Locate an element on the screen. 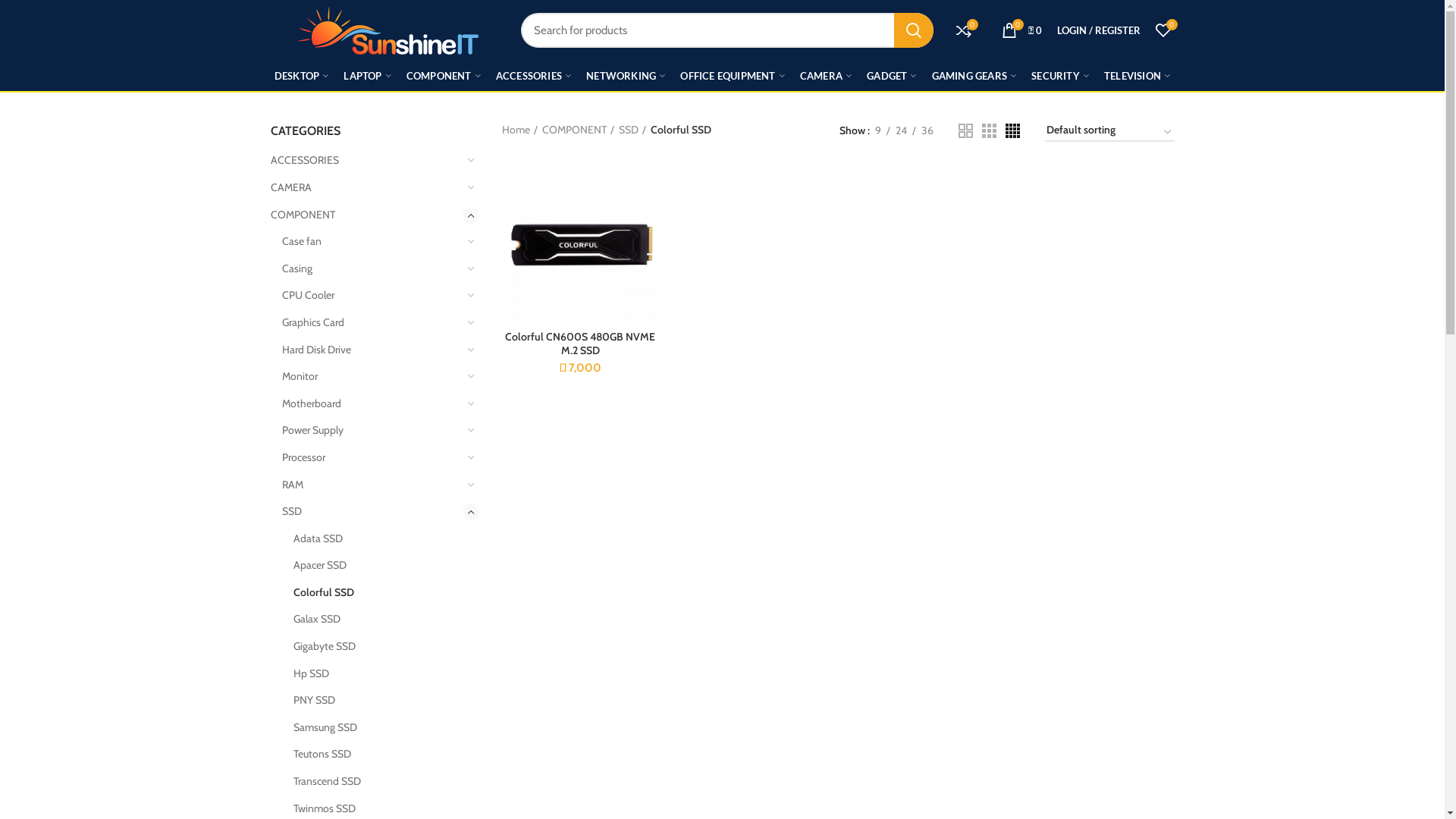 This screenshot has width=1456, height=819. 'NETWORKING' is located at coordinates (626, 76).